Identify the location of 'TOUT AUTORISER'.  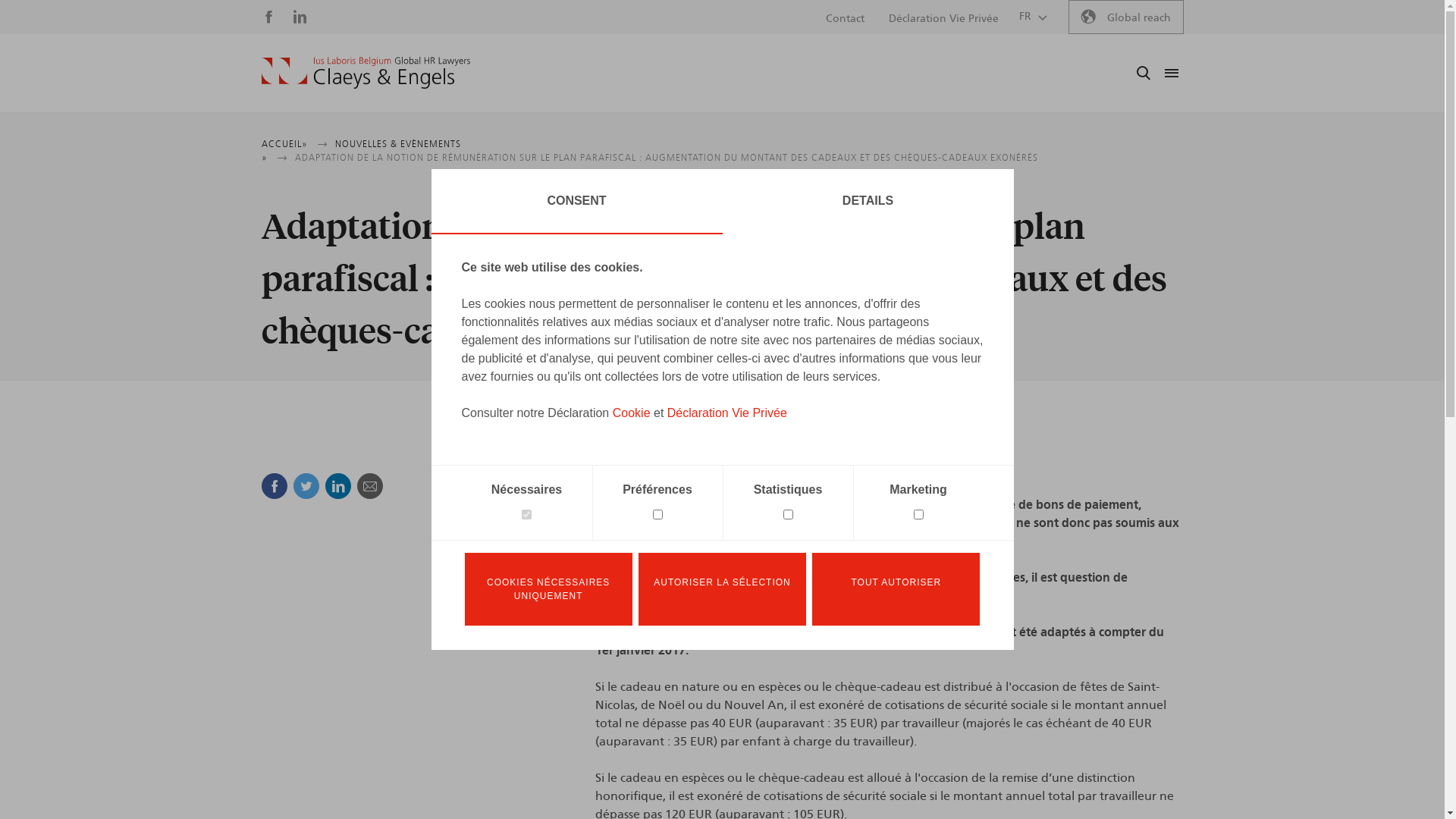
(896, 588).